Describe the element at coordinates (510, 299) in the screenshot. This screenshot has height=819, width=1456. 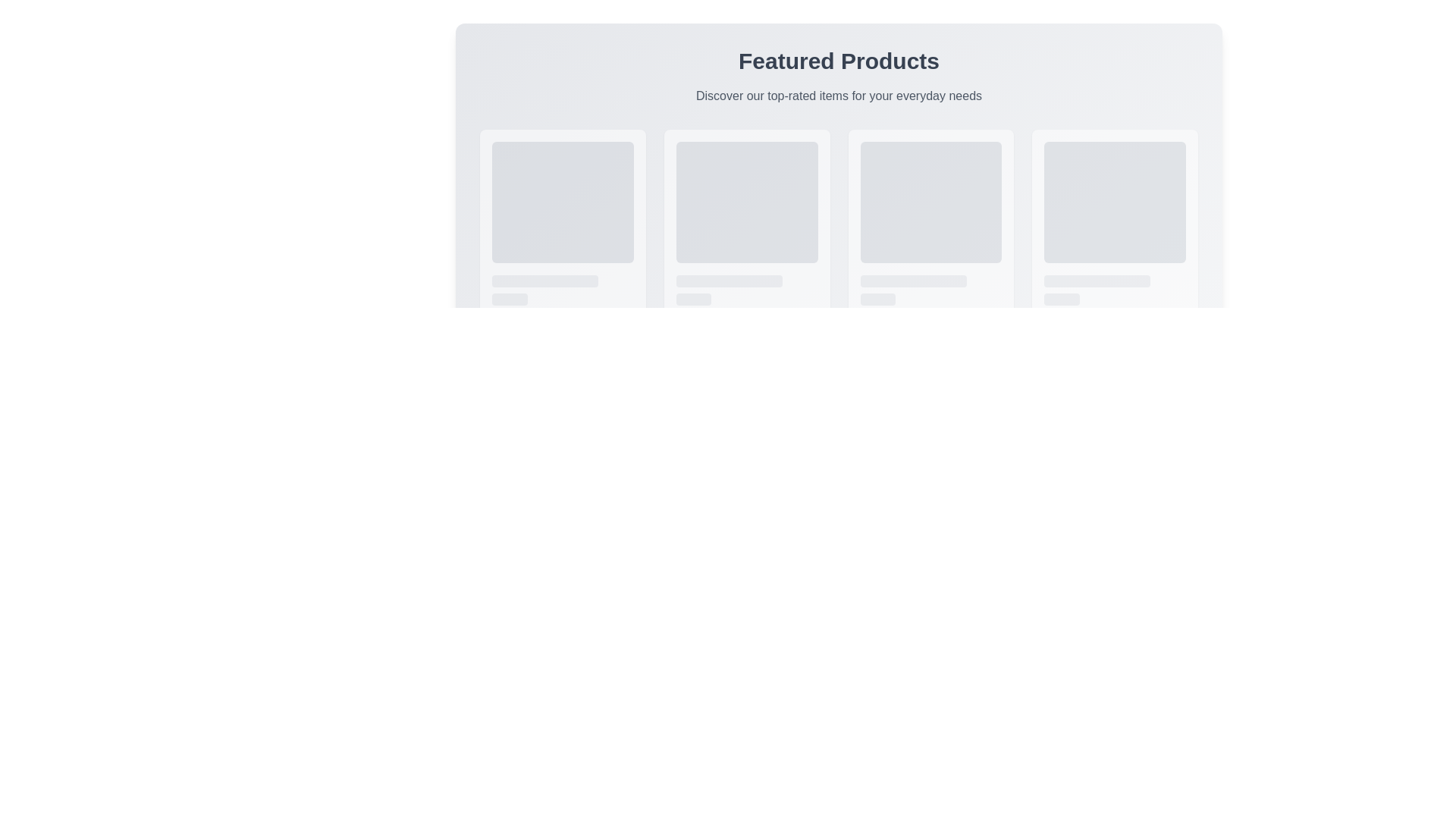
I see `the visual placeholder or separator bar located beneath the wider sibling bar in the 'Featured Products' section` at that location.